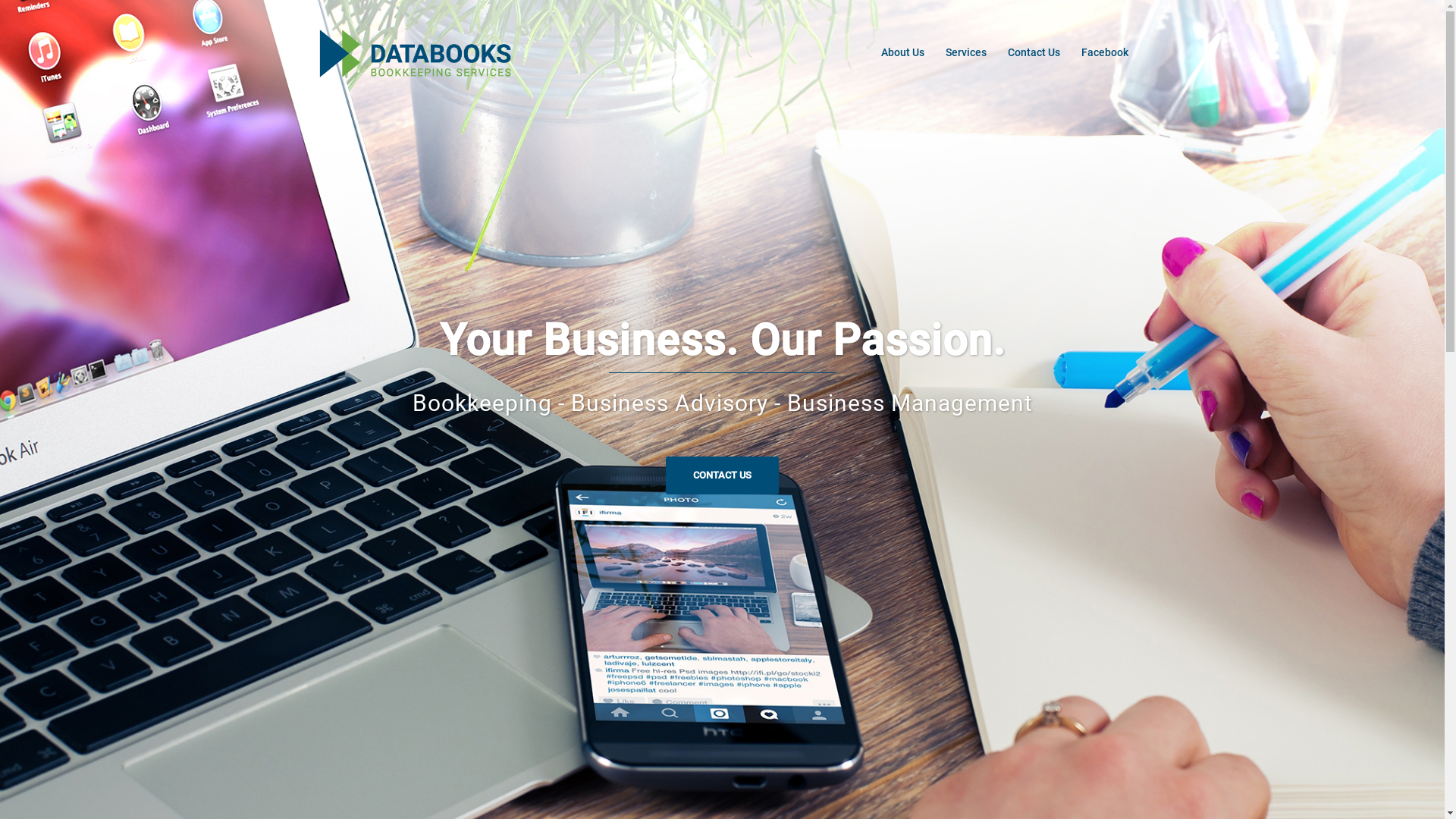  Describe the element at coordinates (902, 52) in the screenshot. I see `'About Us'` at that location.